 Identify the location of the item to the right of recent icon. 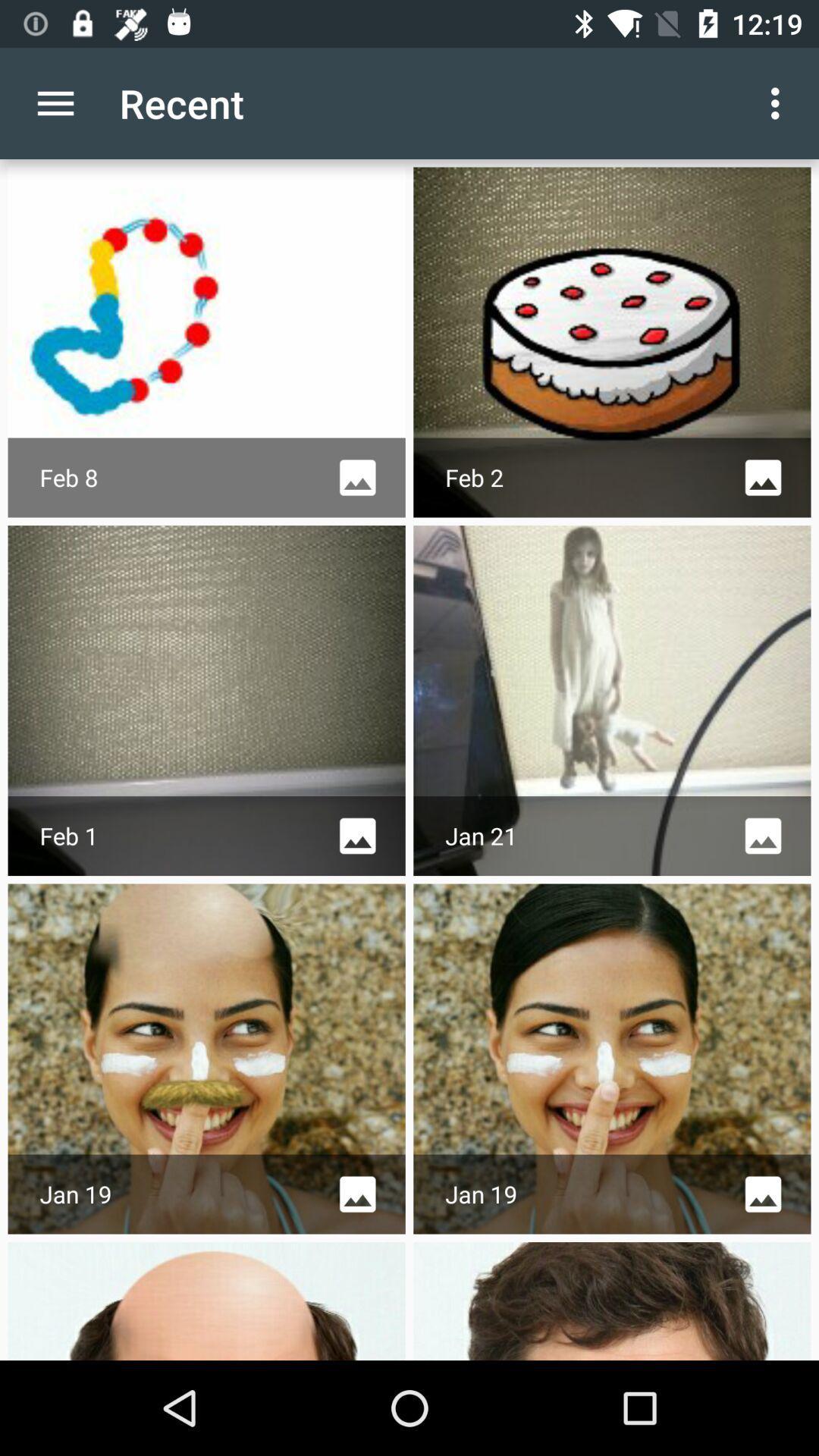
(779, 102).